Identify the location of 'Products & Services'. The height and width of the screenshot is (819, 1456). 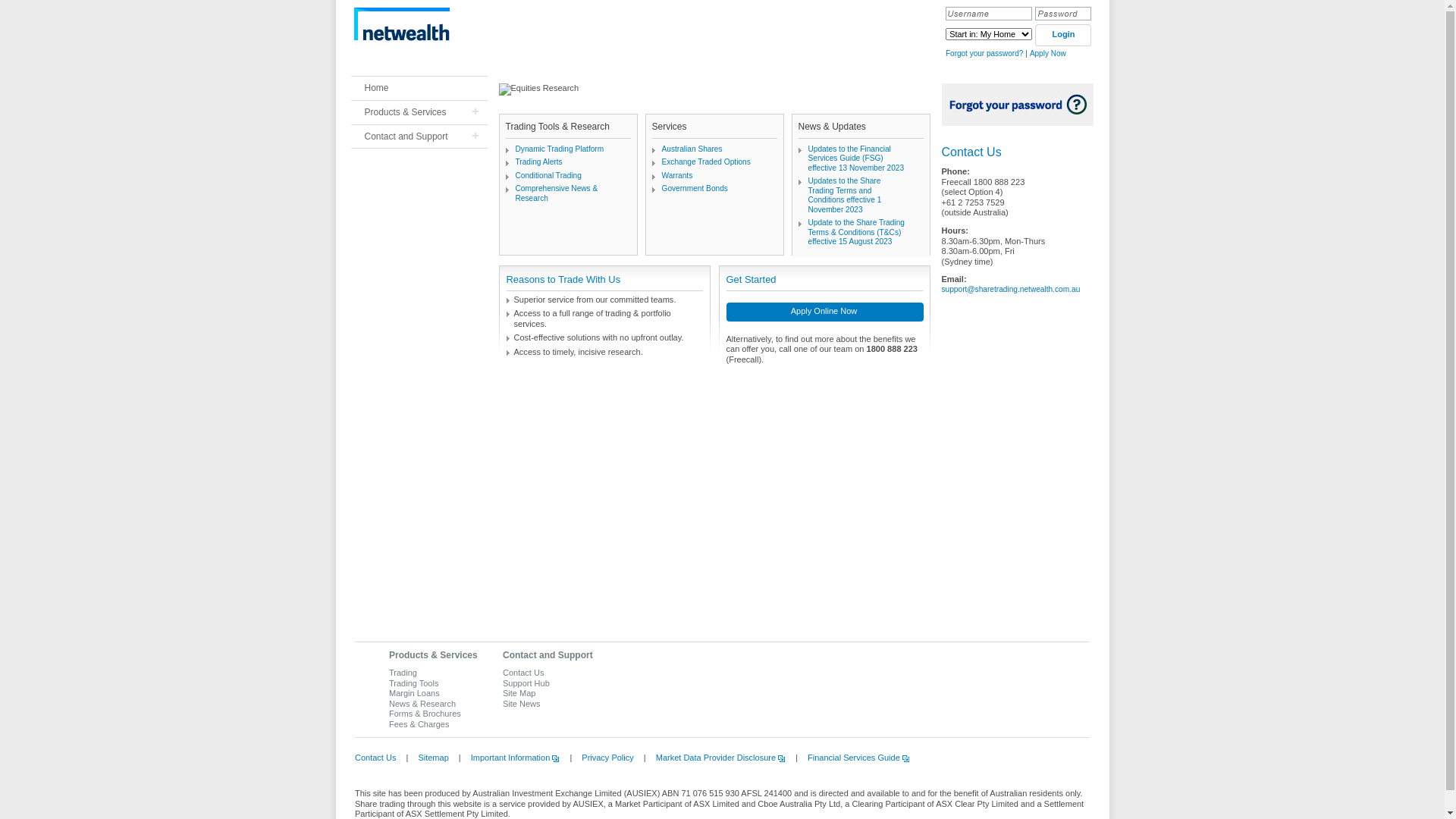
(432, 654).